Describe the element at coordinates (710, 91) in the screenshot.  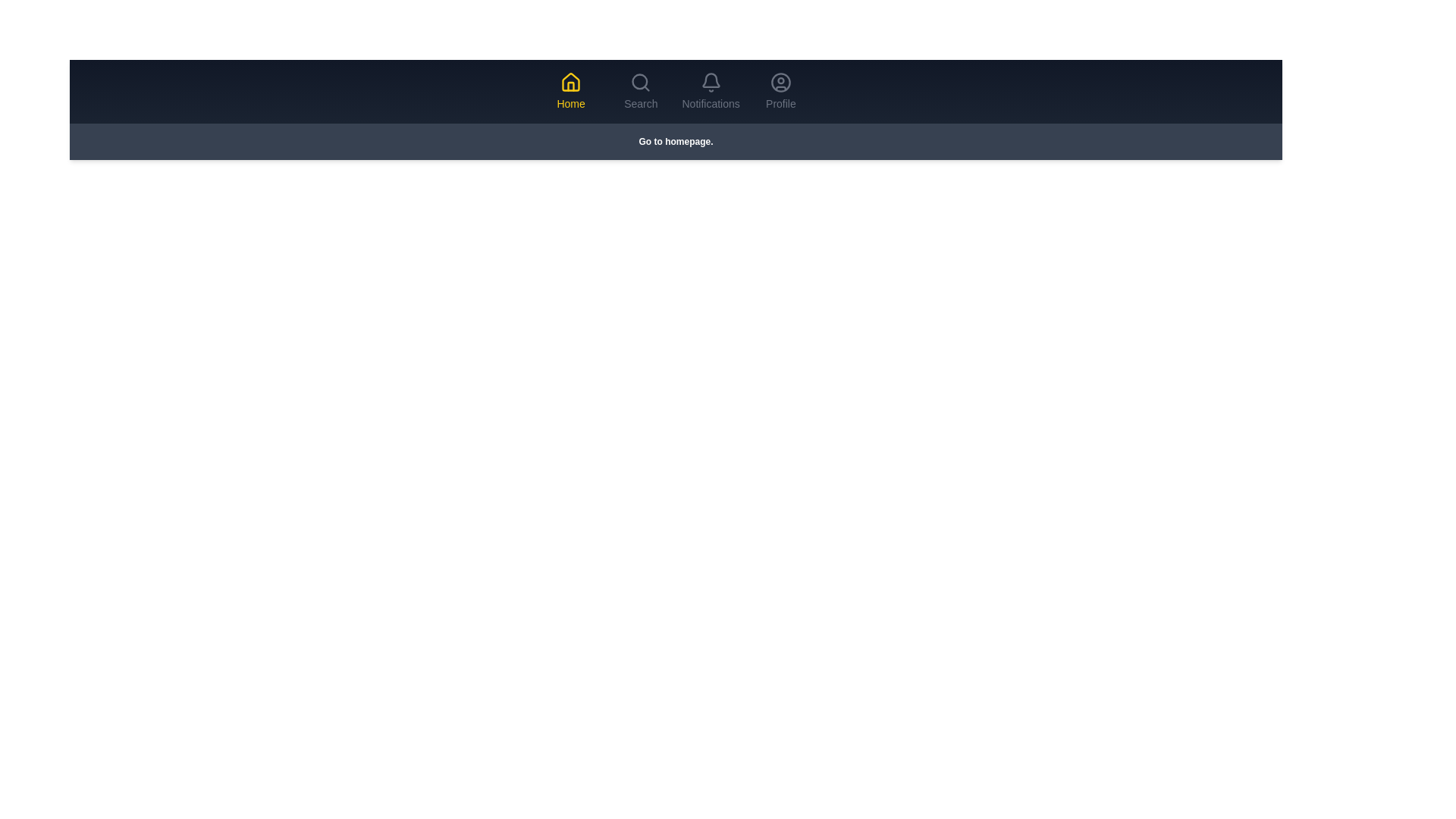
I see `the tab labeled Notifications to preview its hover effect` at that location.